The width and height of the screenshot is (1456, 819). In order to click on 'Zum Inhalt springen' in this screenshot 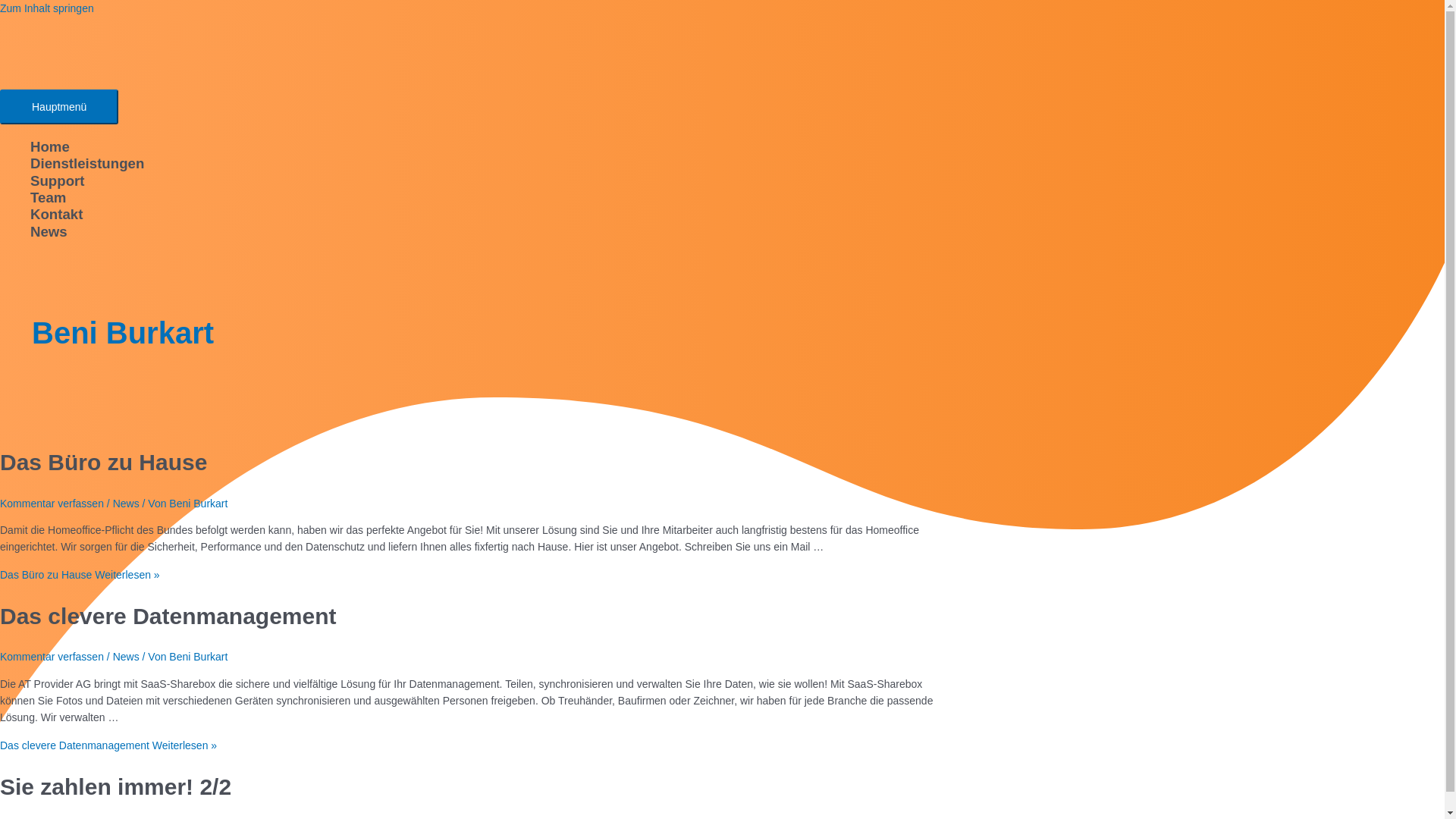, I will do `click(47, 8)`.